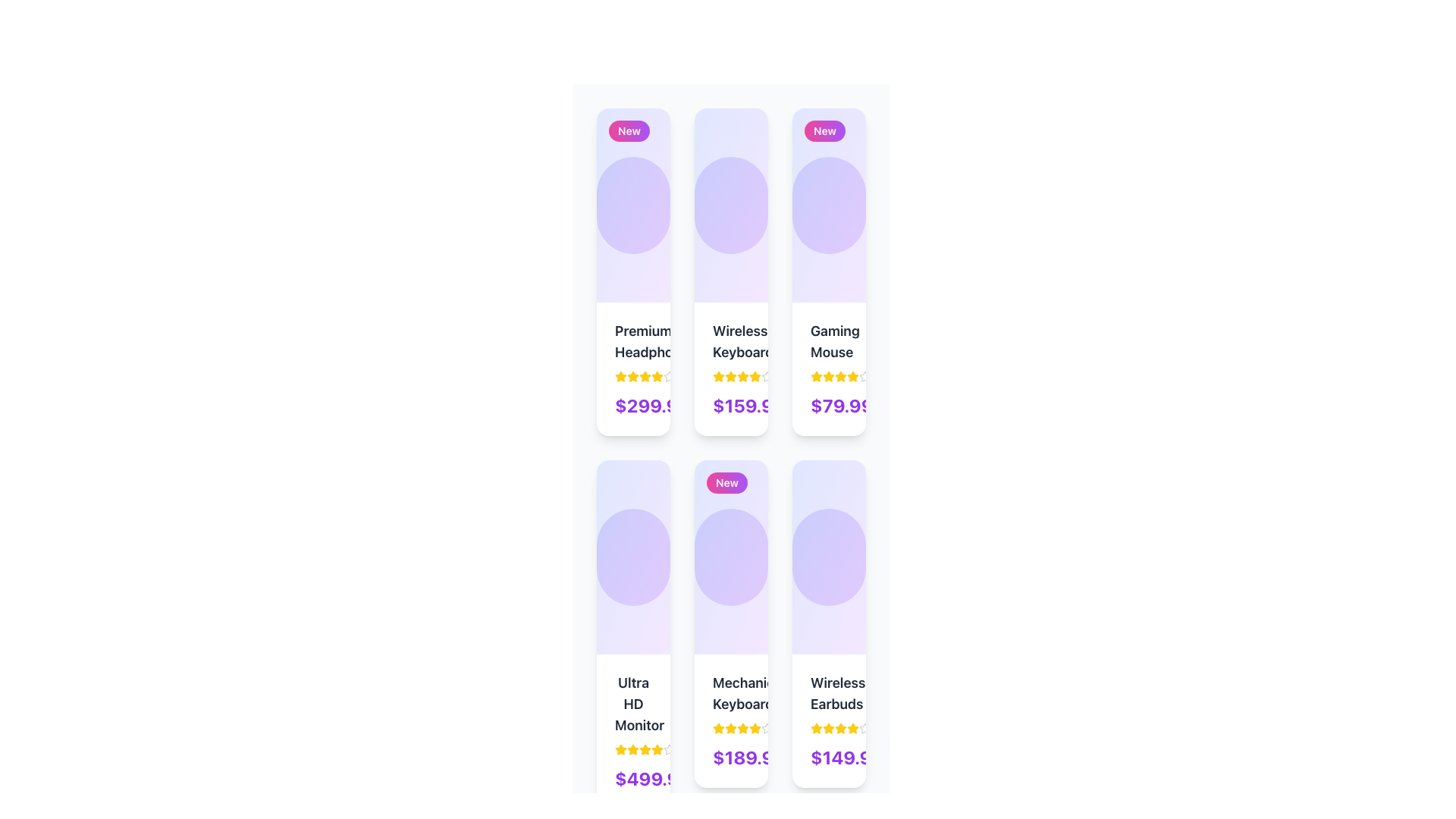 The width and height of the screenshot is (1456, 819). What do you see at coordinates (645, 748) in the screenshot?
I see `the fourth star icon with a yellow fill color and outer border, representing the rating for the 'Ultra HD Monitor' product, located below the product description and above the price section` at bounding box center [645, 748].